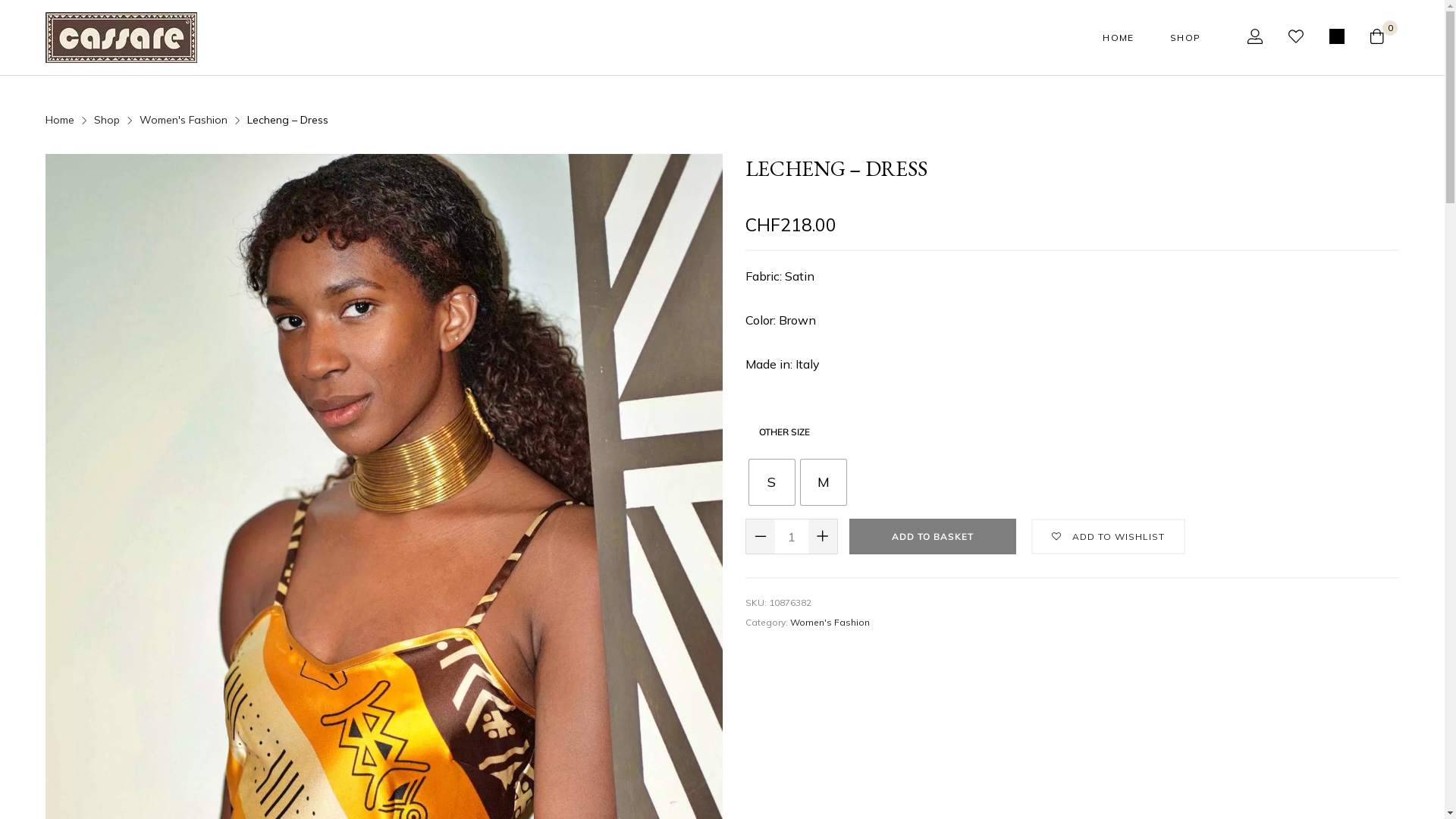 Image resolution: width=1456 pixels, height=819 pixels. I want to click on 'ADD TO BASKET', so click(931, 535).